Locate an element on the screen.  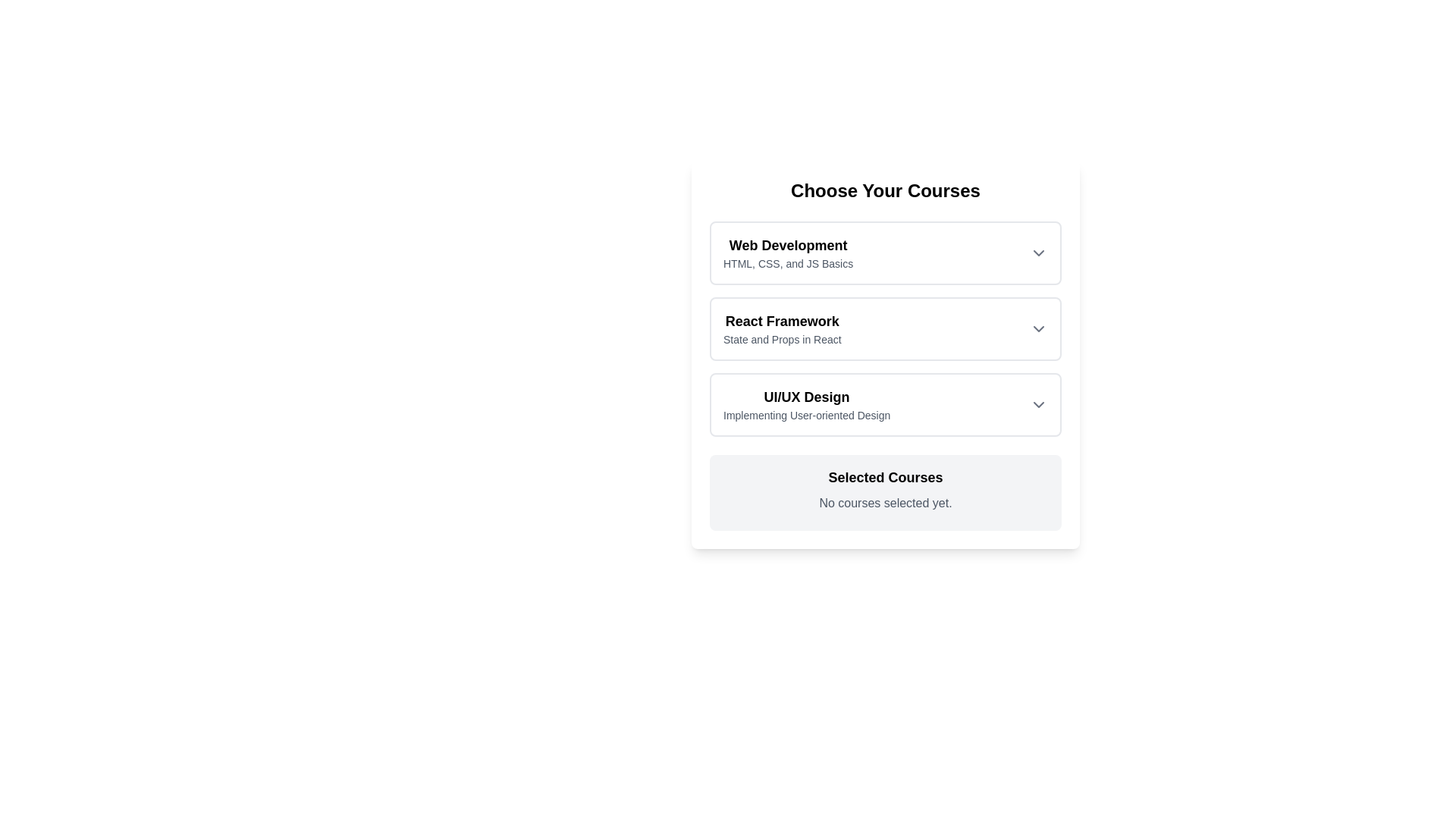
the collapsible list item titled 'UI/UX Design' which contains the description 'Implementing User-oriented Design'. This item is the third in the list of course options, positioned below 'React Framework' is located at coordinates (885, 403).